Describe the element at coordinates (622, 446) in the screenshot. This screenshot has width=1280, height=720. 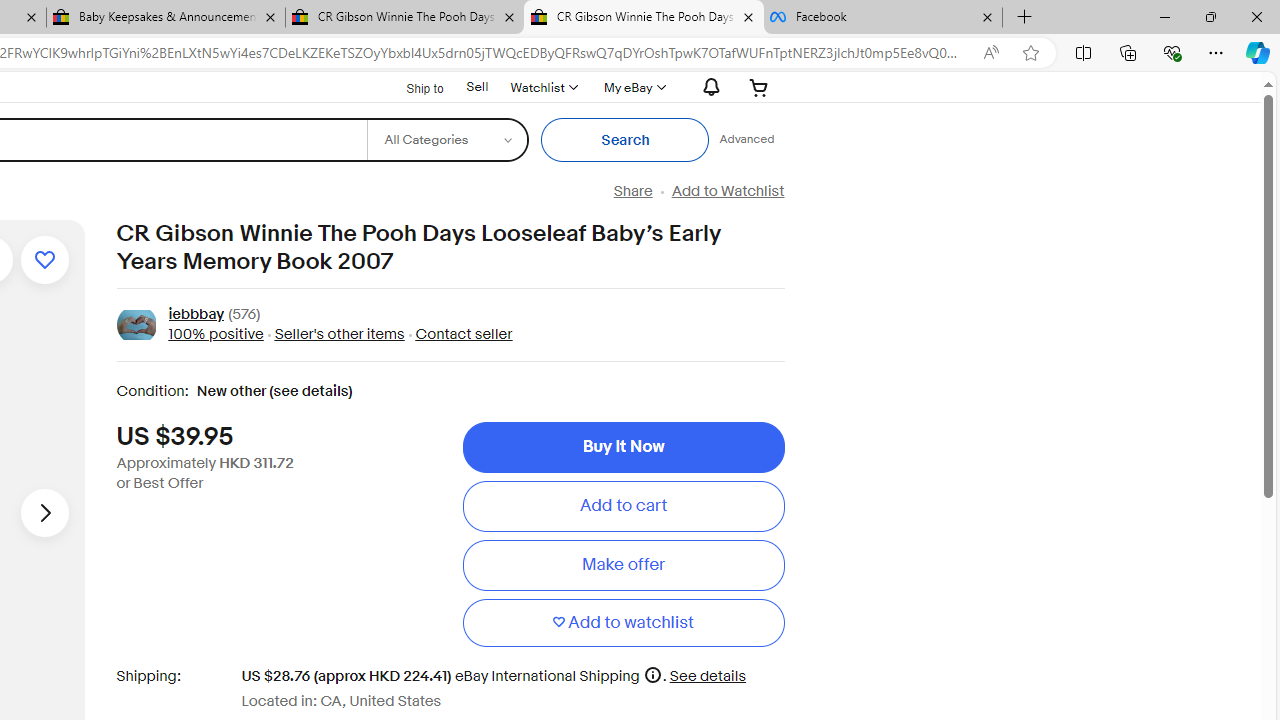
I see `'Buy It Now'` at that location.